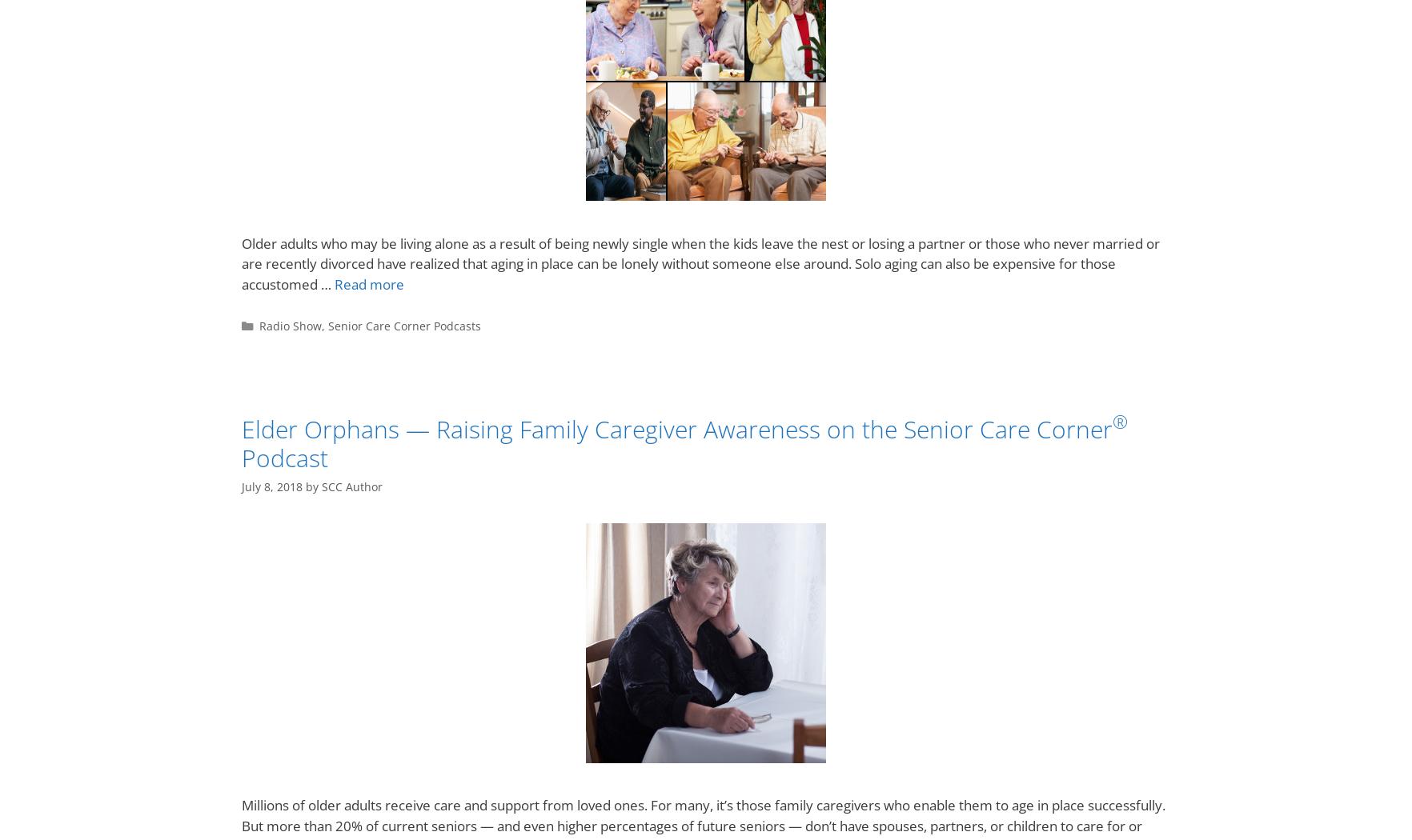 The height and width of the screenshot is (840, 1412). Describe the element at coordinates (289, 326) in the screenshot. I see `'Radio Show'` at that location.